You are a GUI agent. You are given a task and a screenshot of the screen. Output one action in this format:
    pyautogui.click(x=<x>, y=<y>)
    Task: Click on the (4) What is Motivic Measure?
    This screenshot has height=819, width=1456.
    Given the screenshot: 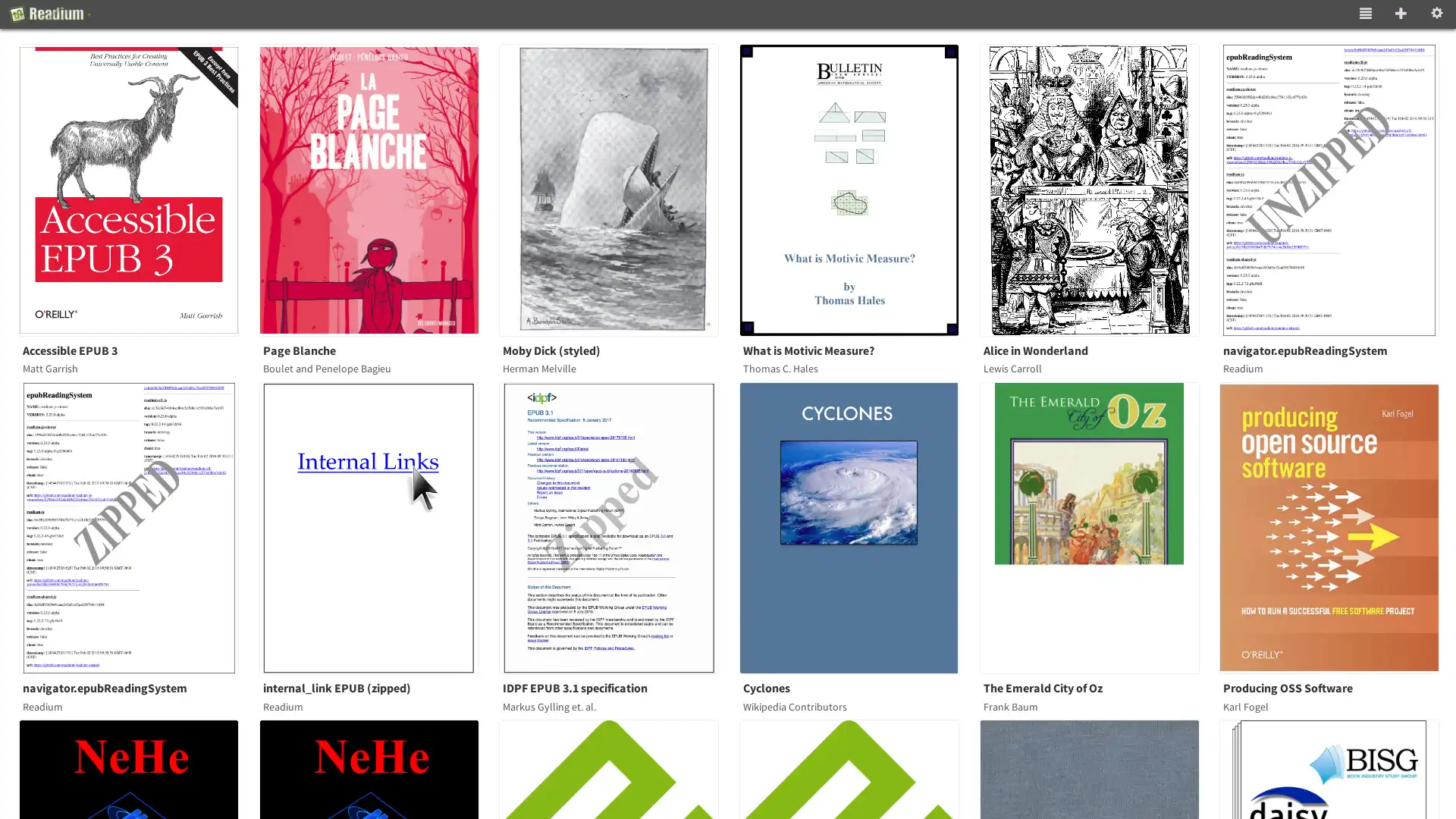 What is the action you would take?
    pyautogui.click(x=858, y=189)
    